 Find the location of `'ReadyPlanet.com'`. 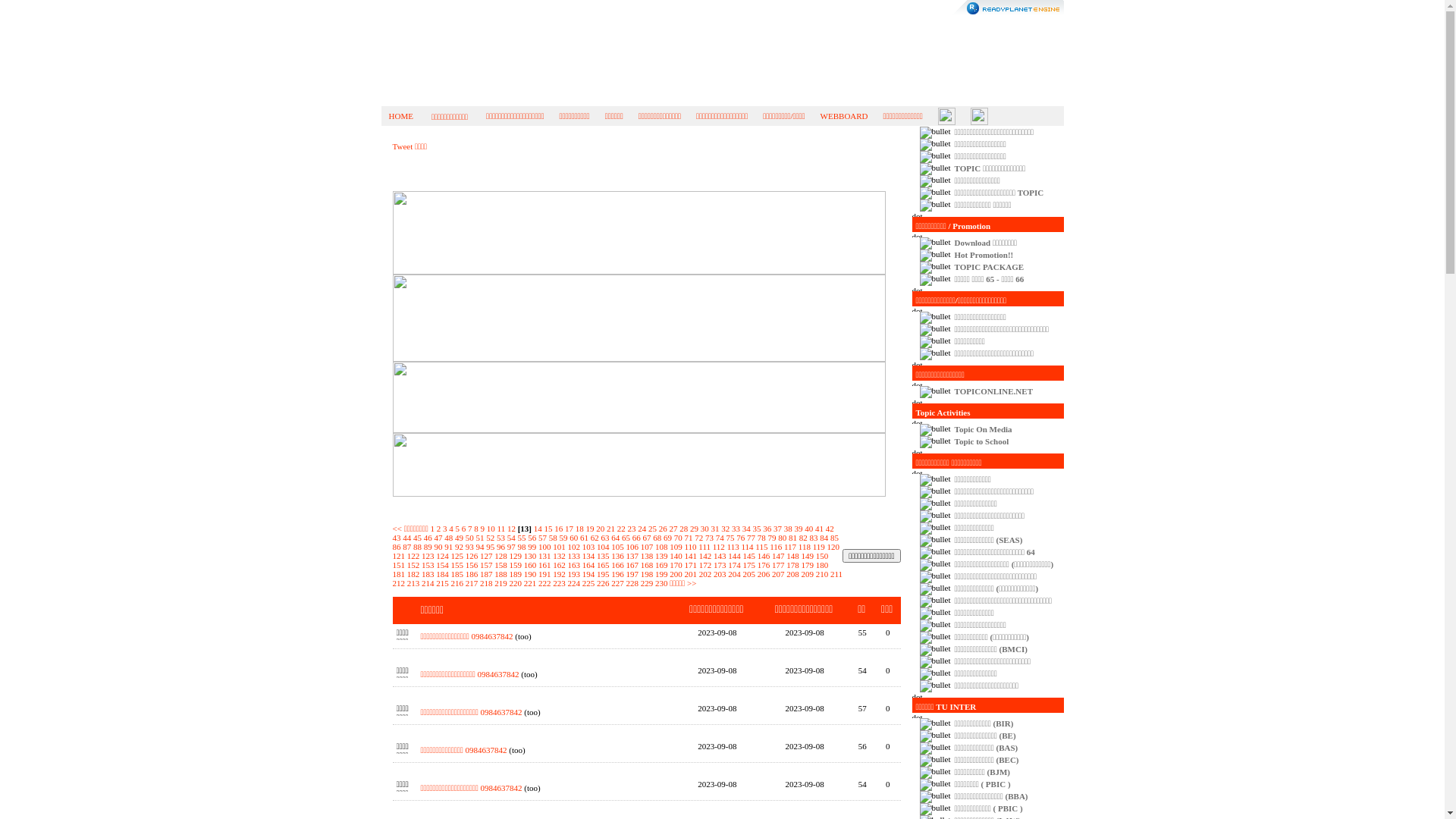

'ReadyPlanet.com' is located at coordinates (1008, 8).